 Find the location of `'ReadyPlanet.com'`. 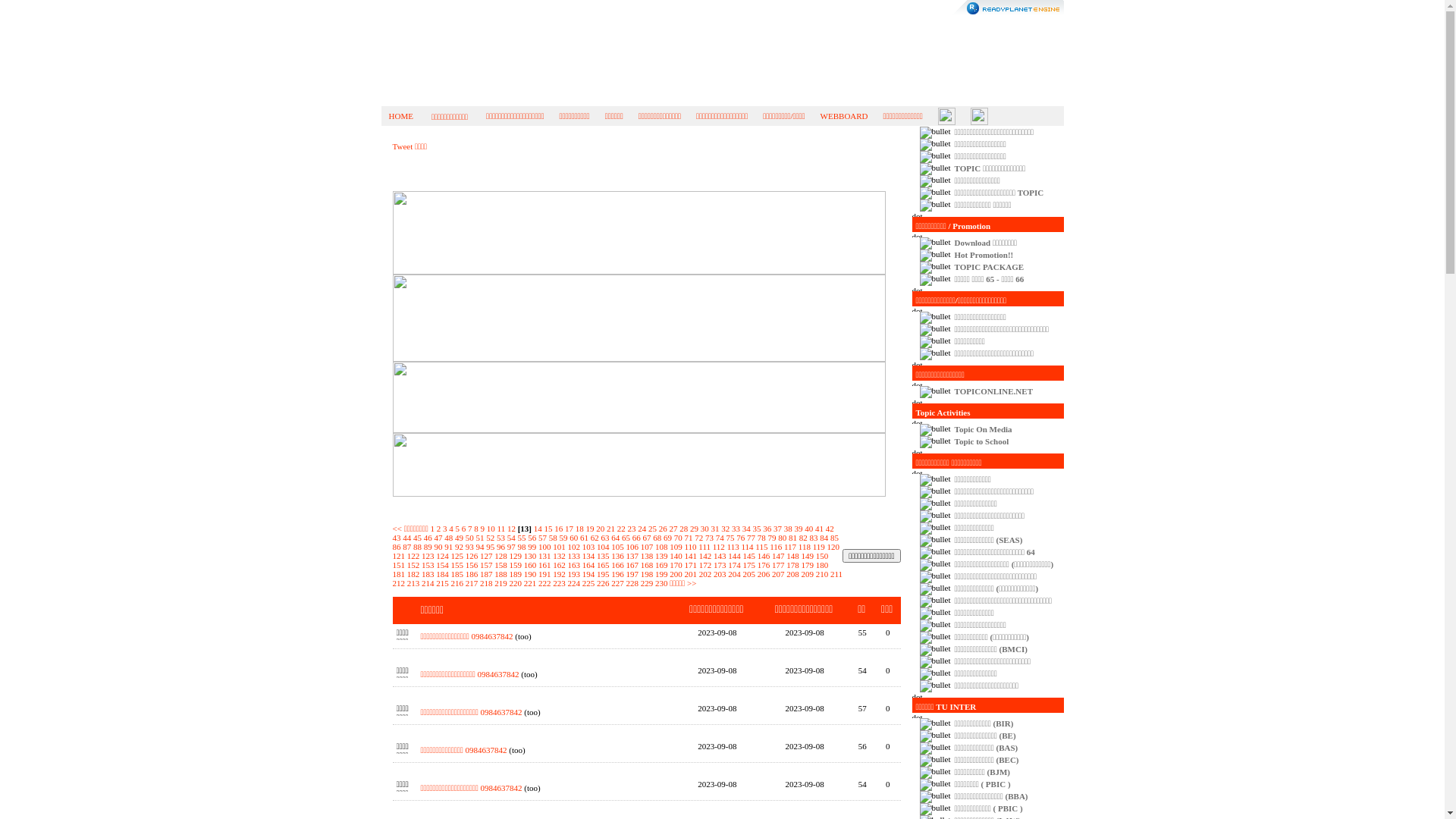

'ReadyPlanet.com' is located at coordinates (1008, 8).